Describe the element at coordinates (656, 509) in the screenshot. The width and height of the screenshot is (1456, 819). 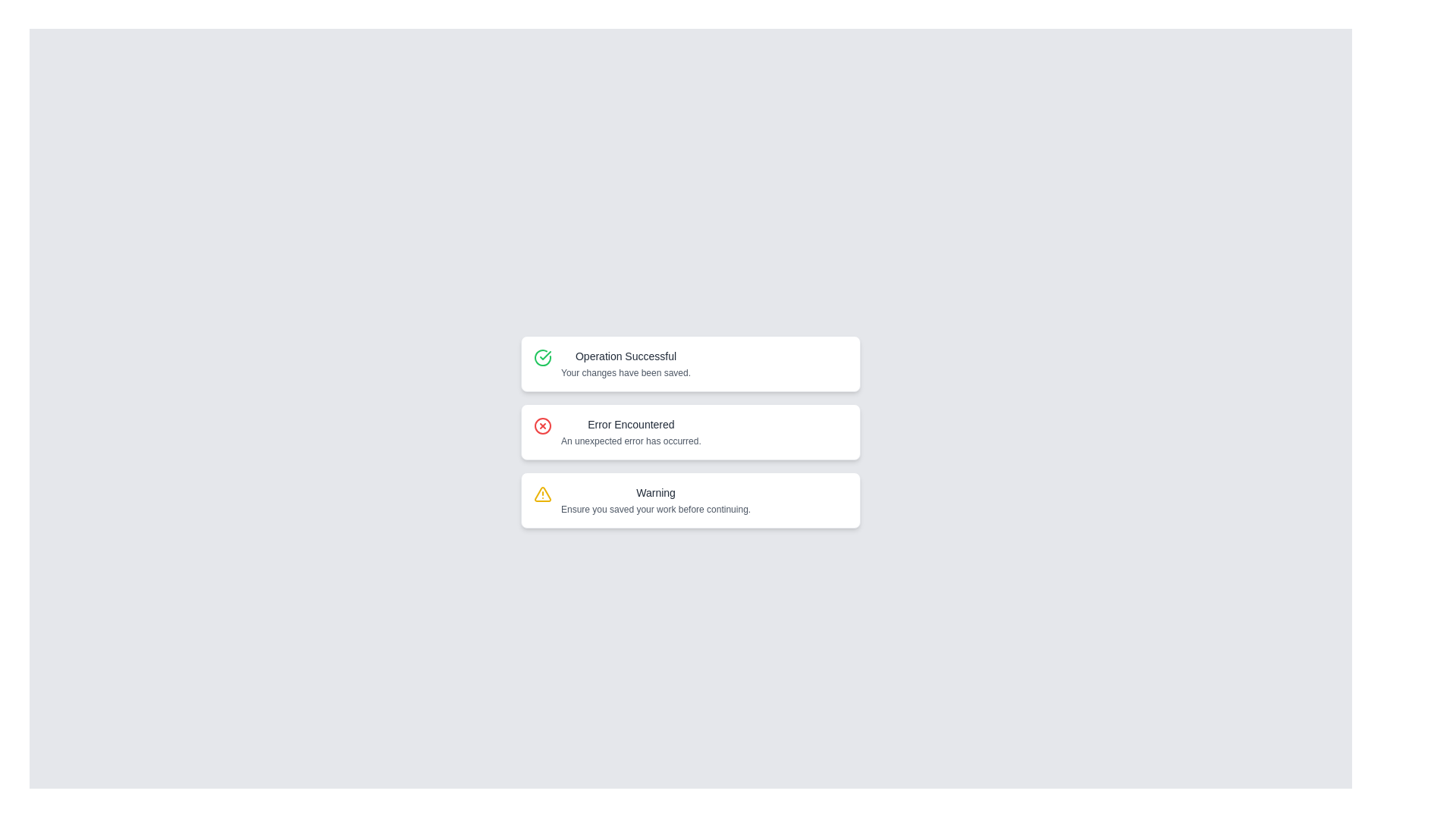
I see `the informational Text label located in the lower section of the UI within the 'Warning' card, positioned under the 'Warning' label` at that location.